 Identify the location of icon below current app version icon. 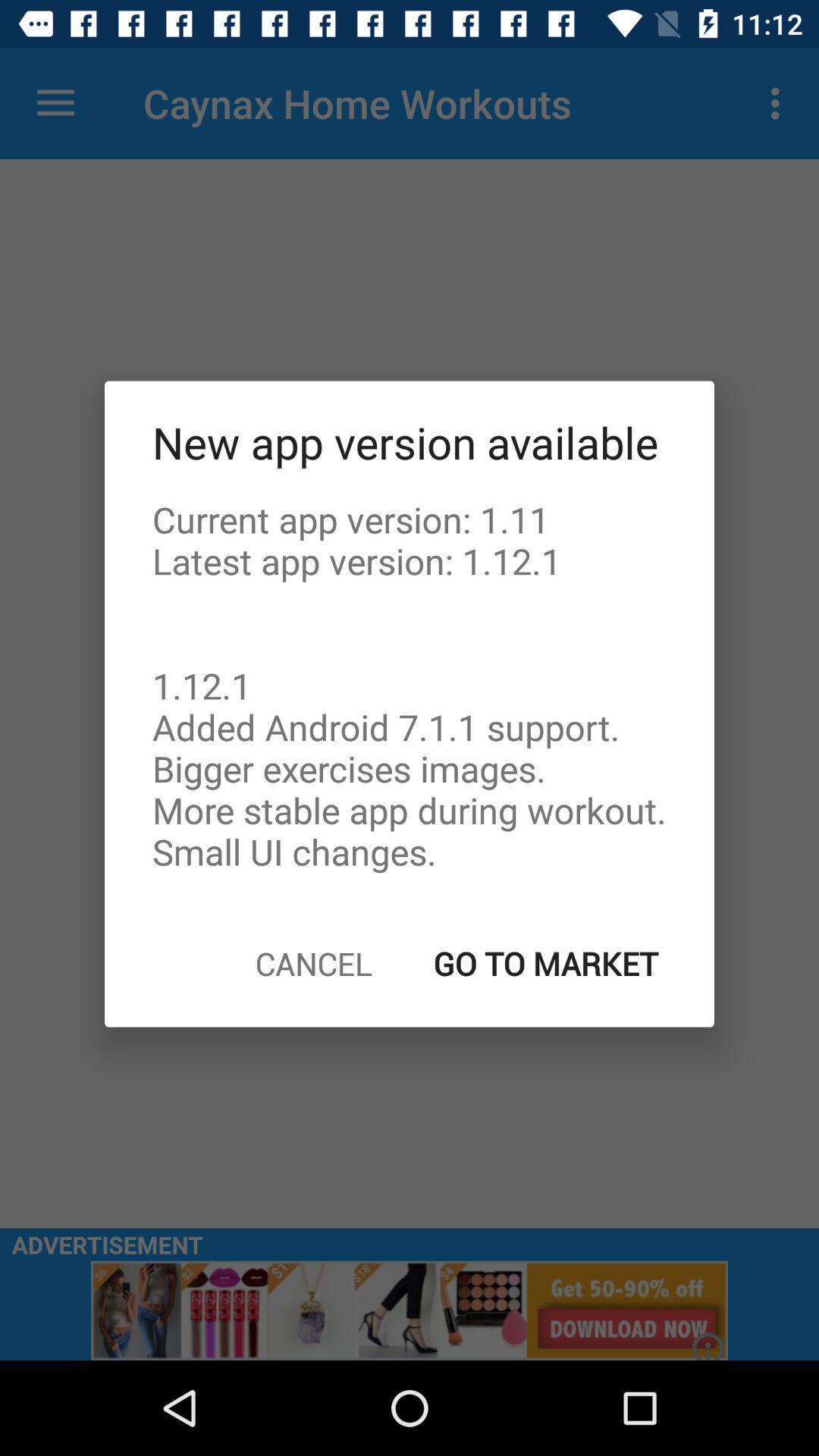
(312, 962).